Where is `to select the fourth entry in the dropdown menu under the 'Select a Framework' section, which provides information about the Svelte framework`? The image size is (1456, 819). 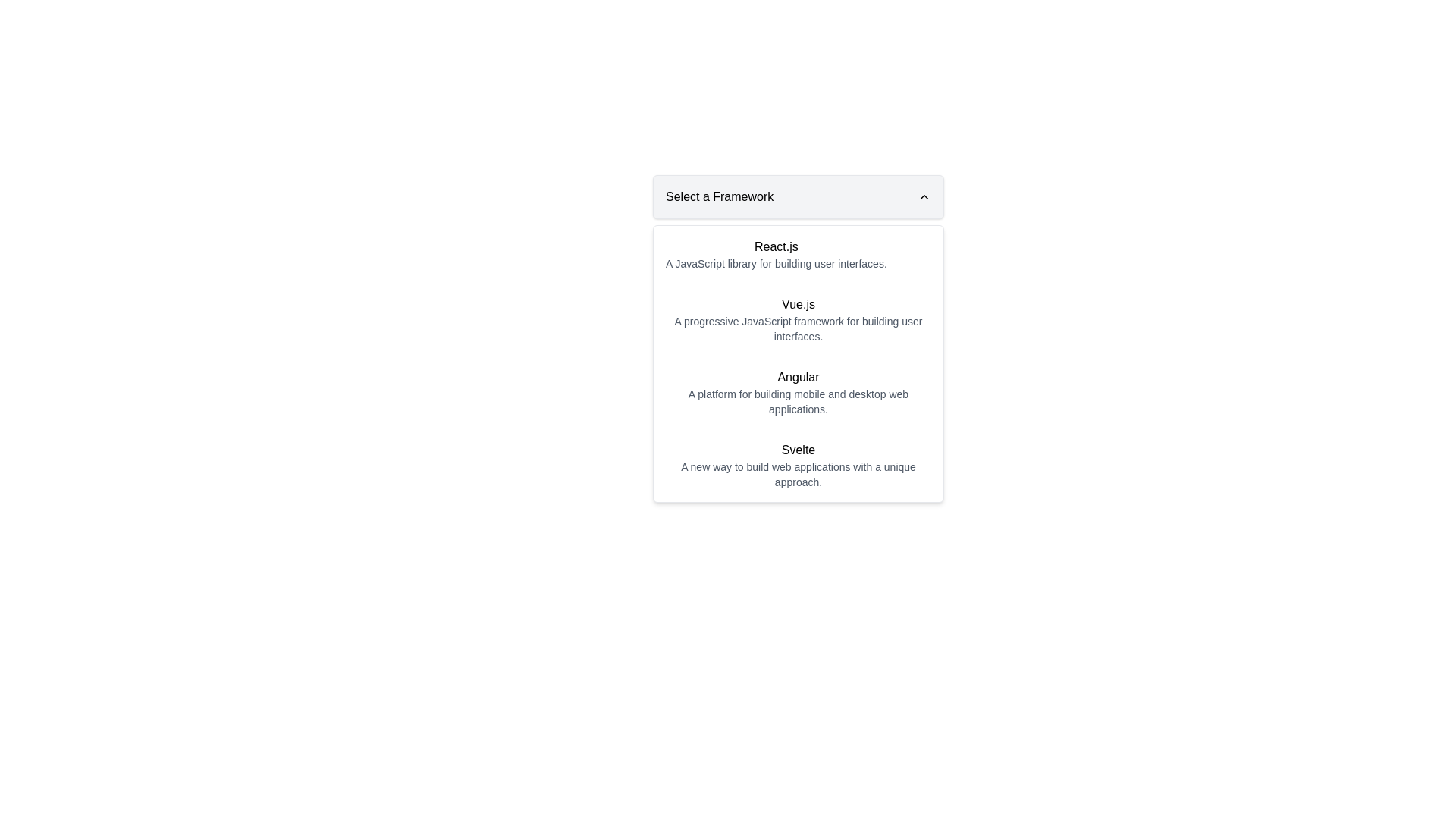 to select the fourth entry in the dropdown menu under the 'Select a Framework' section, which provides information about the Svelte framework is located at coordinates (797, 464).